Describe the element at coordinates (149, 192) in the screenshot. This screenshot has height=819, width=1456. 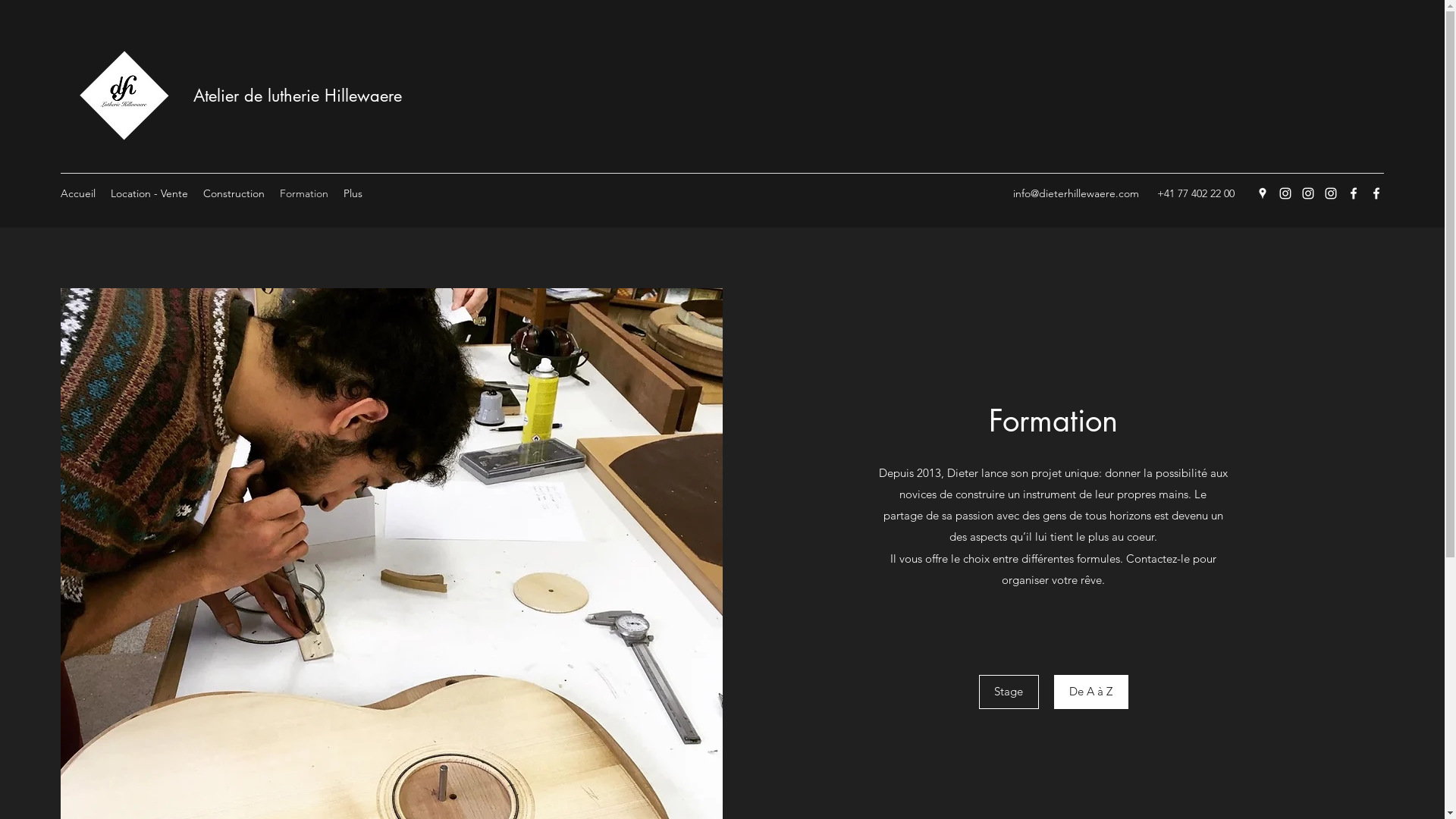
I see `'Location - Vente'` at that location.